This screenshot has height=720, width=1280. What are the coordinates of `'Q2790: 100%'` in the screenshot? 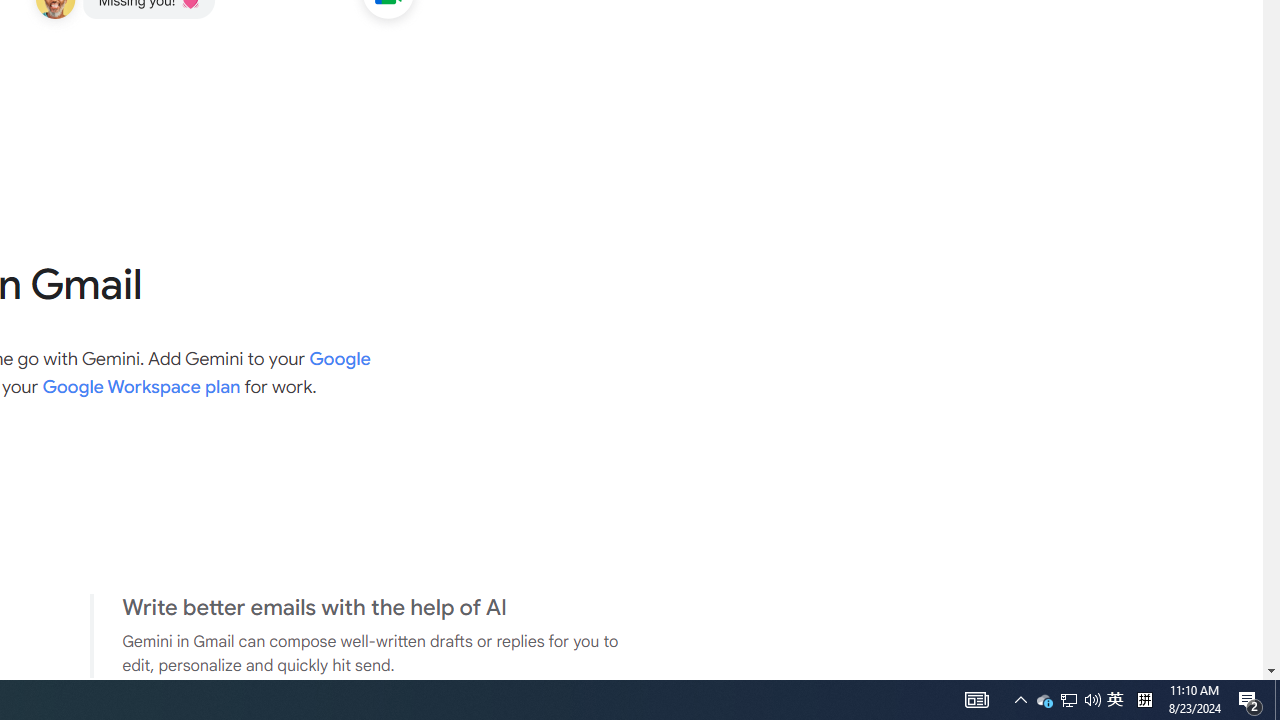 It's located at (1068, 698).